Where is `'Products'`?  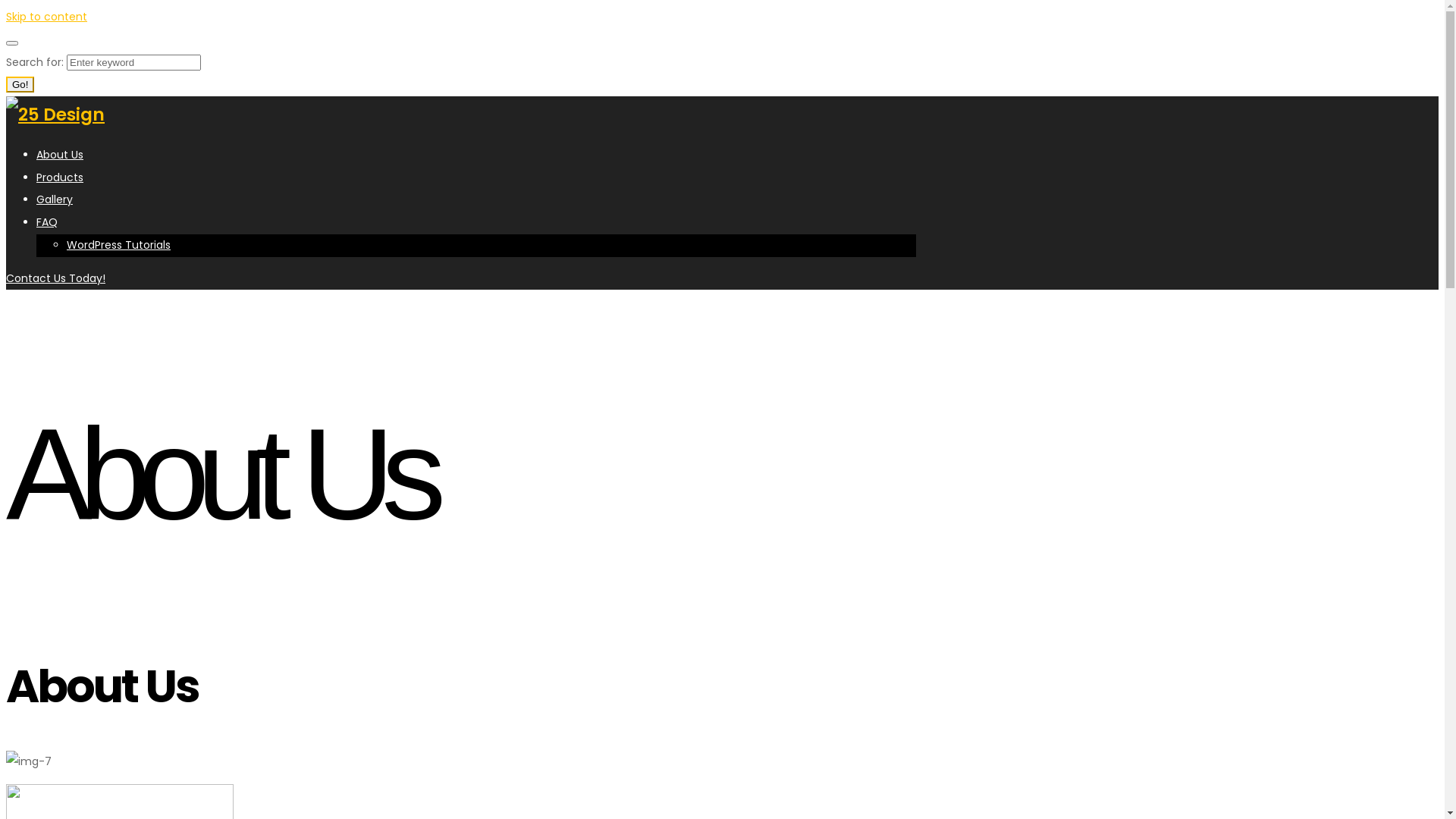
'Products' is located at coordinates (59, 177).